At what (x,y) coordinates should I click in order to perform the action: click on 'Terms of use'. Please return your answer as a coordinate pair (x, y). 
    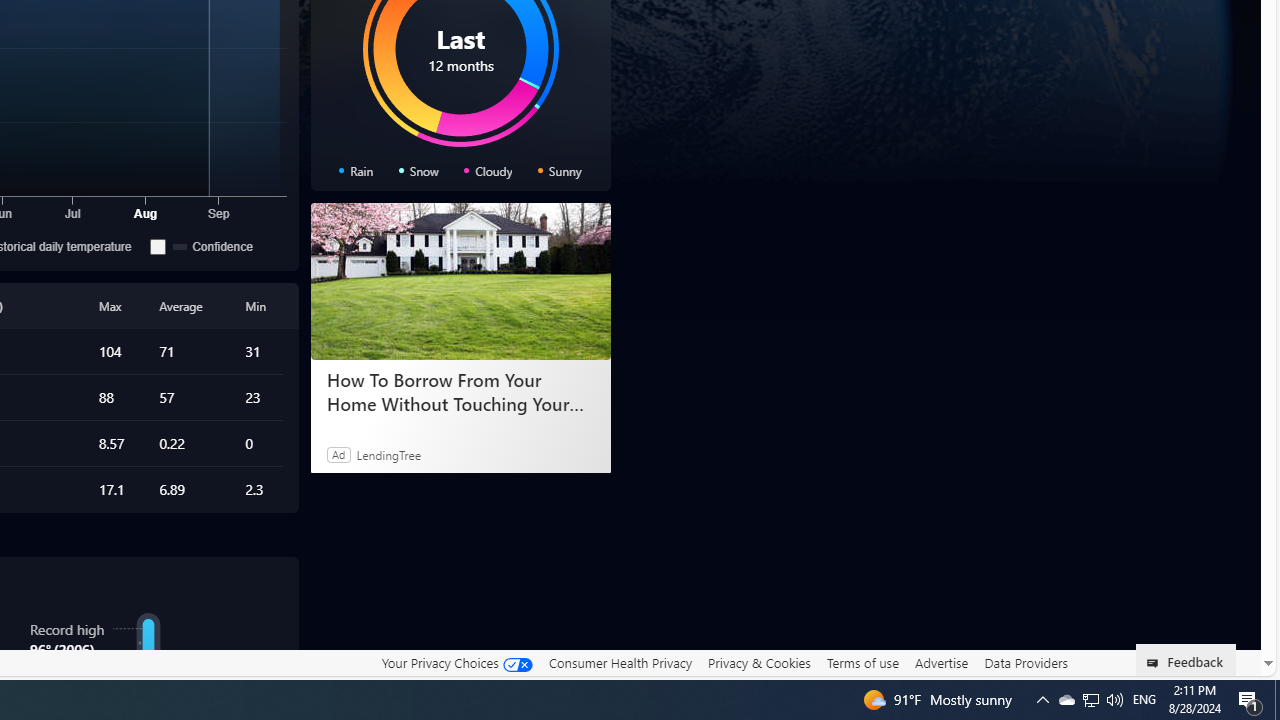
    Looking at the image, I should click on (862, 662).